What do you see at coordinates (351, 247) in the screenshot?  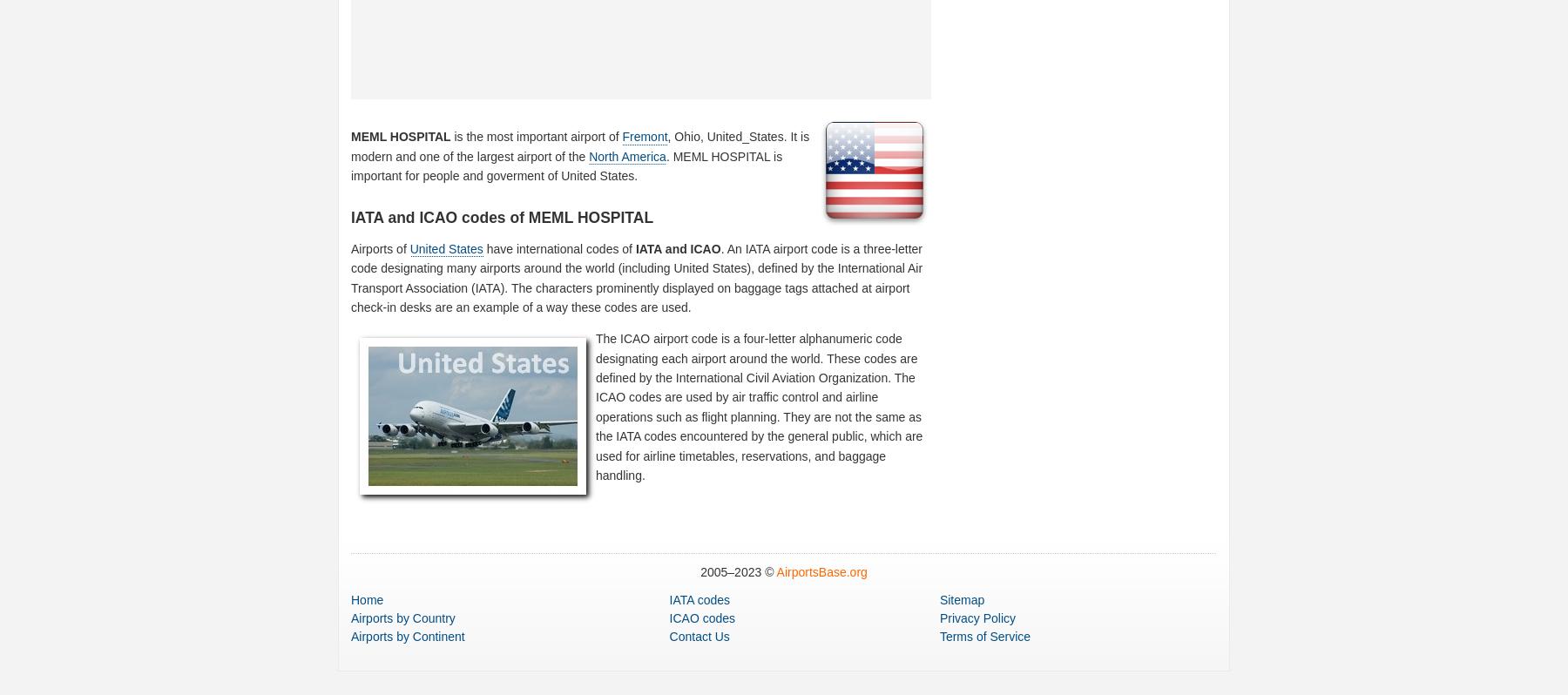 I see `'Airports of'` at bounding box center [351, 247].